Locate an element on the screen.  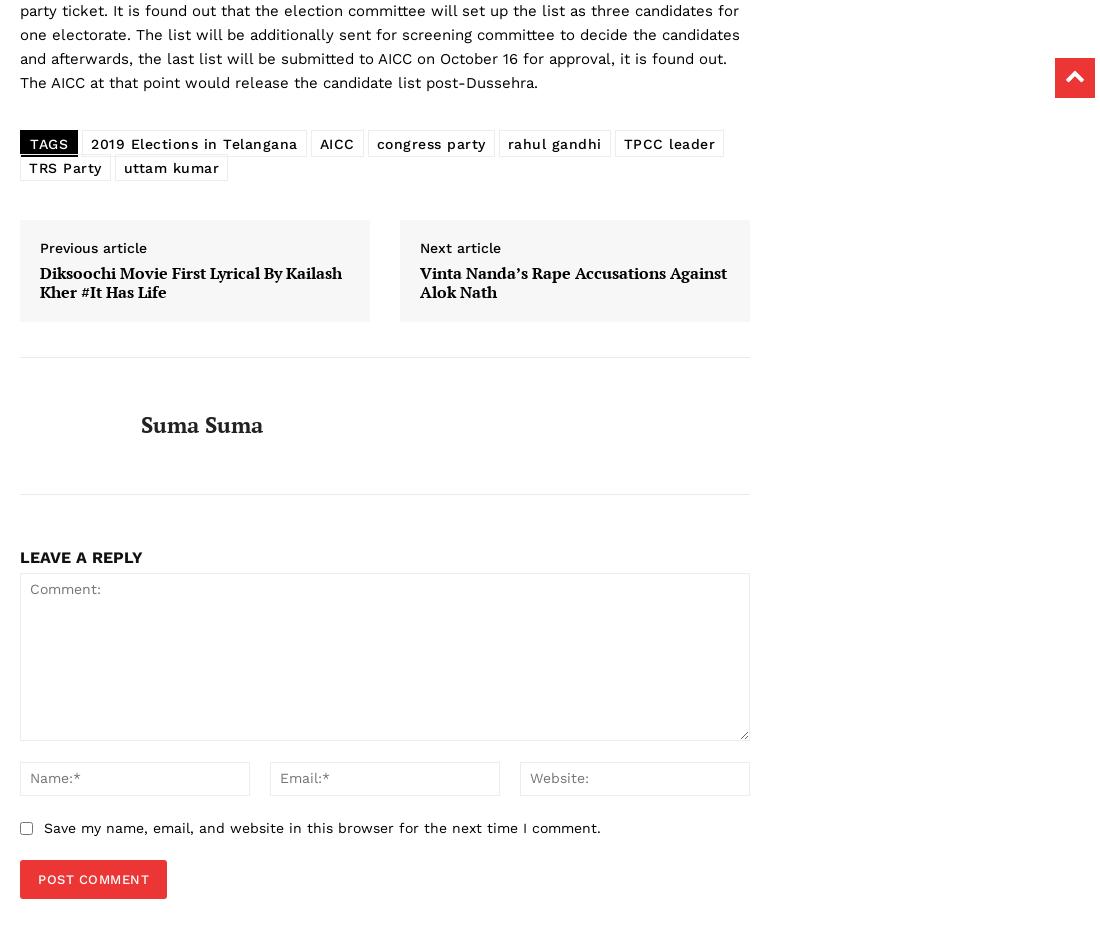
'suma suma' is located at coordinates (200, 424).